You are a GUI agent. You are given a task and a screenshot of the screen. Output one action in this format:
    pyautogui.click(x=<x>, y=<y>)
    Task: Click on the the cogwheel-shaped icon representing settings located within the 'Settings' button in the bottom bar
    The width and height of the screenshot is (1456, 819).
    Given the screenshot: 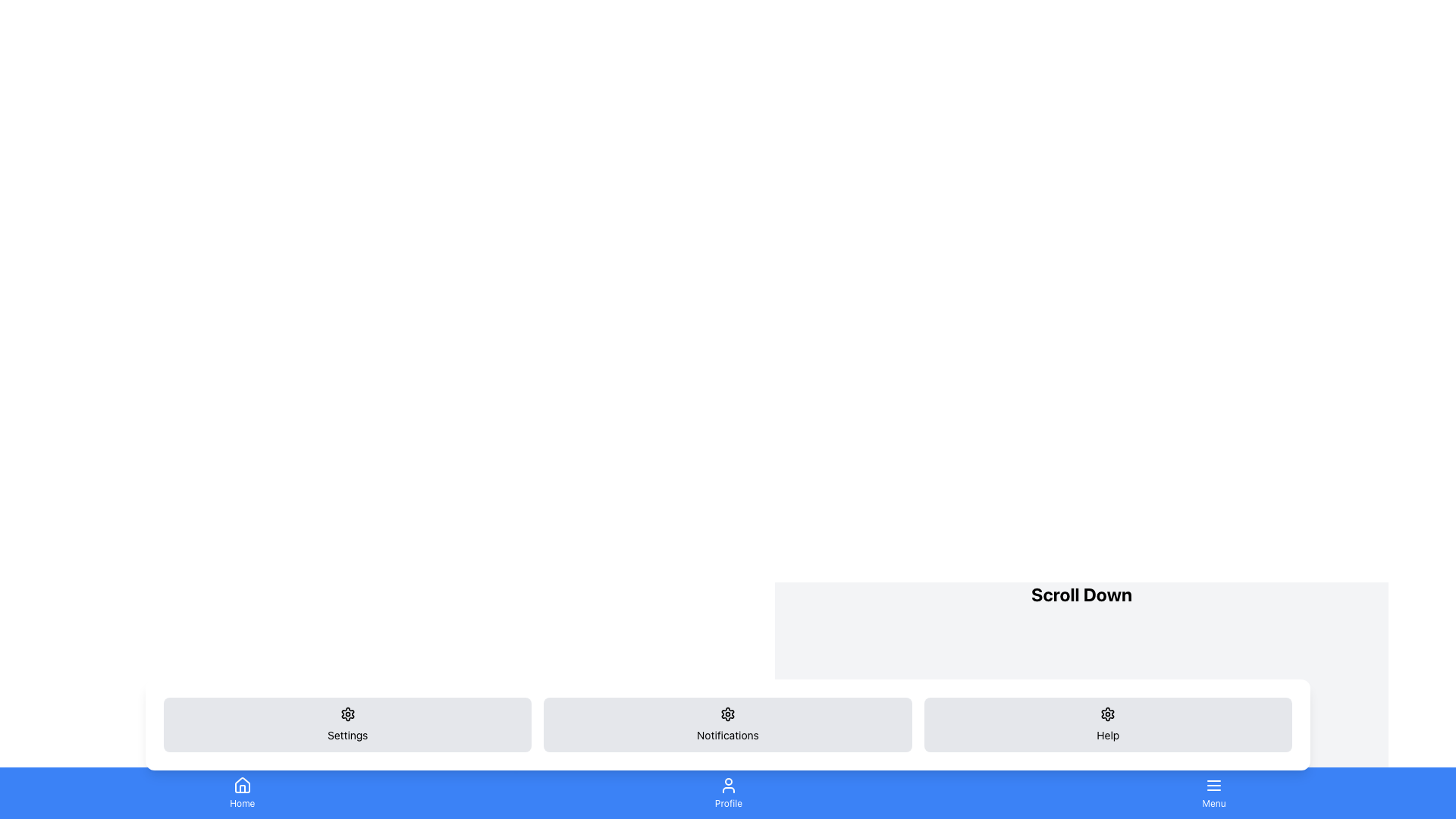 What is the action you would take?
    pyautogui.click(x=347, y=714)
    